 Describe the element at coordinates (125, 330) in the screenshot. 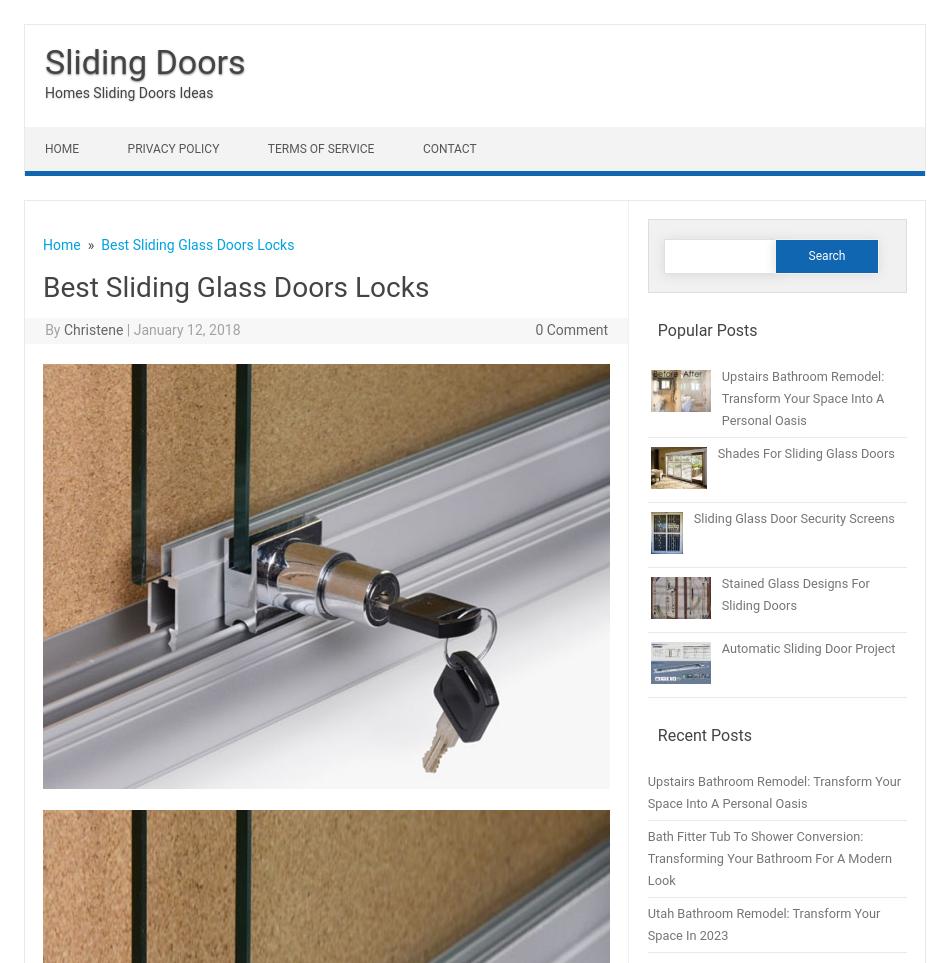

I see `'|'` at that location.